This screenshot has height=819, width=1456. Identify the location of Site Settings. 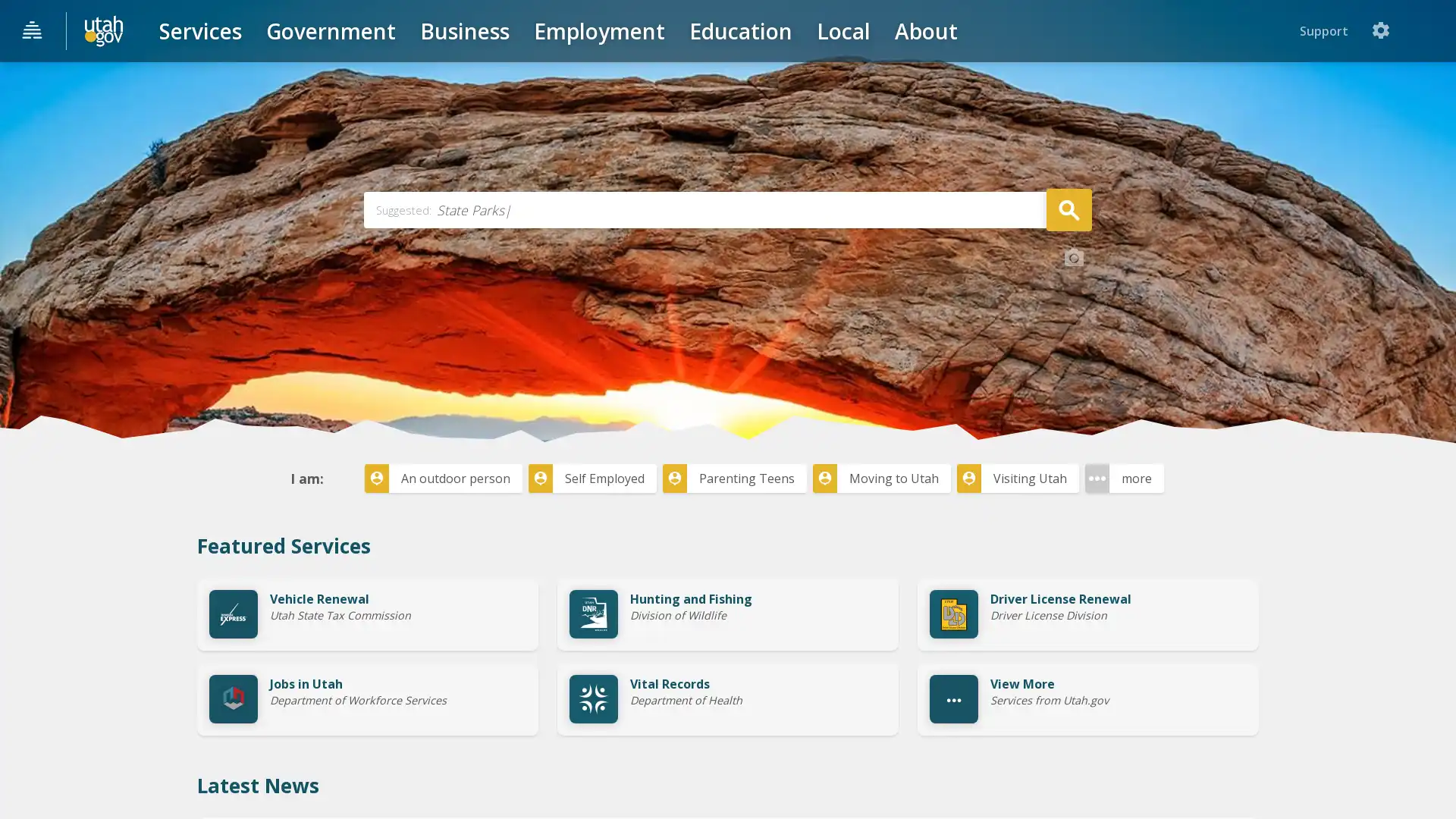
(1429, 30).